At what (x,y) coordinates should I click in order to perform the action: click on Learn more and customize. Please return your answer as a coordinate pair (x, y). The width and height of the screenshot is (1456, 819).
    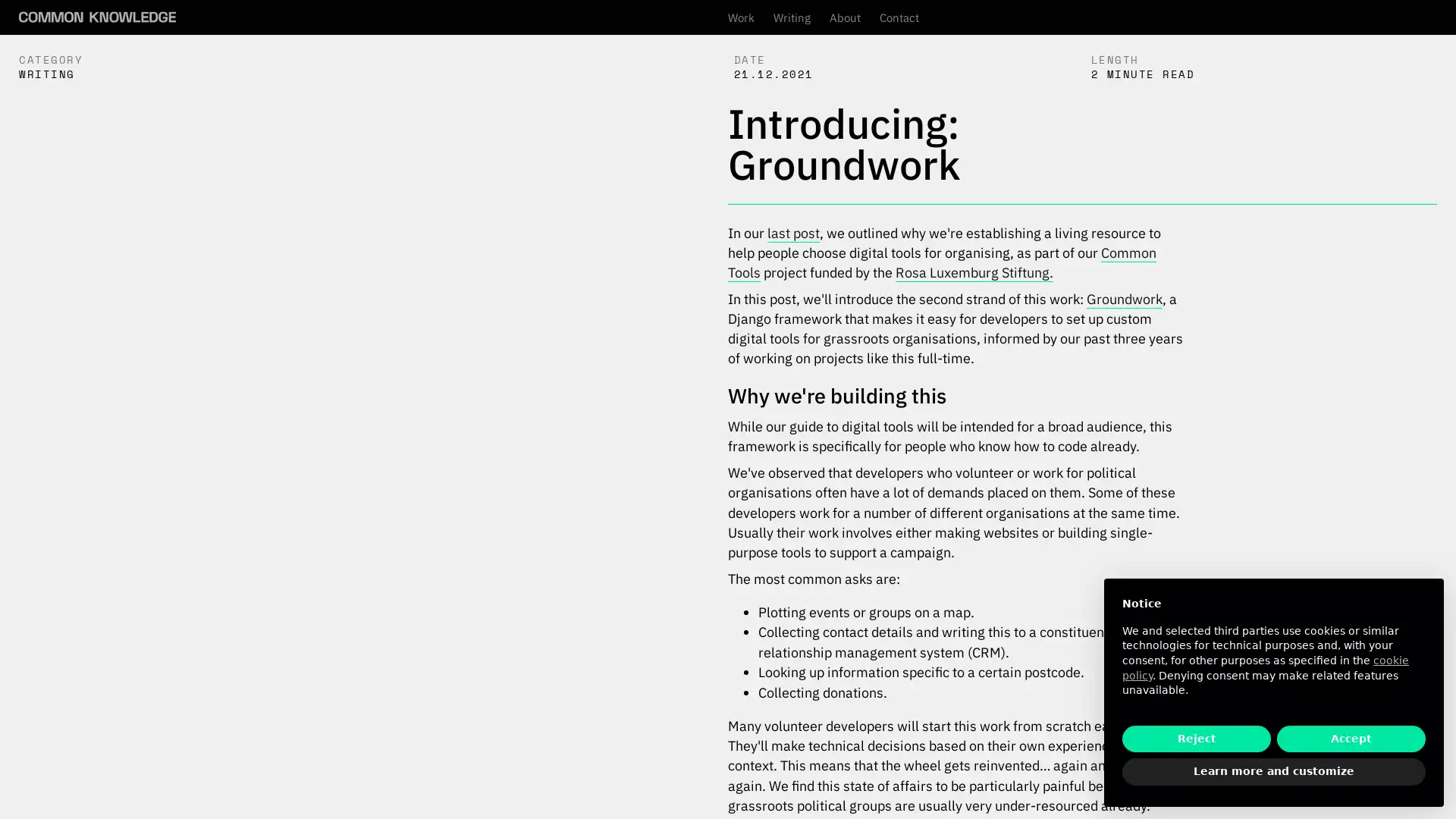
    Looking at the image, I should click on (1274, 772).